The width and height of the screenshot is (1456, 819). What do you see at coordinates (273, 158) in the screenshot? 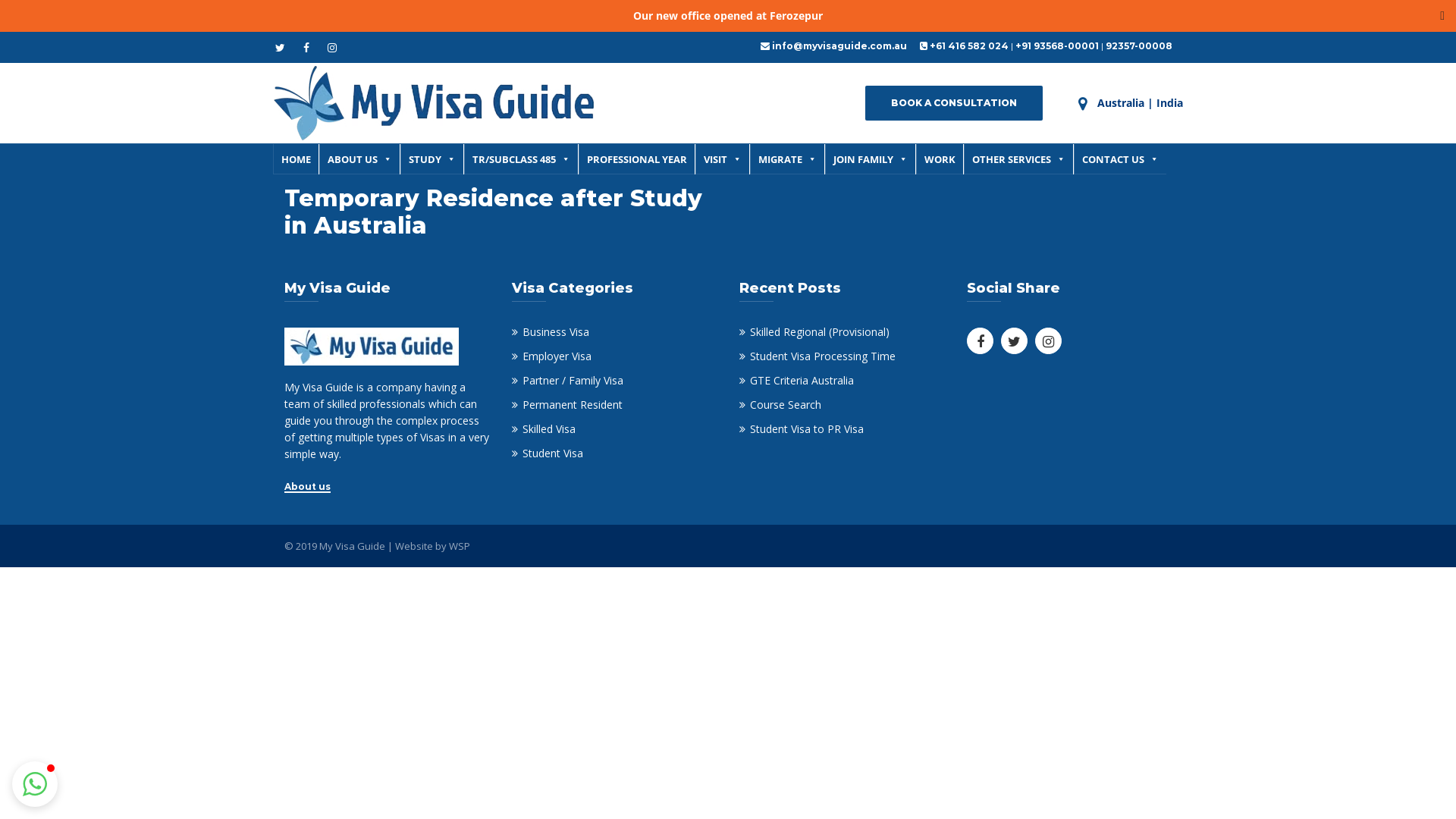
I see `'HOME'` at bounding box center [273, 158].